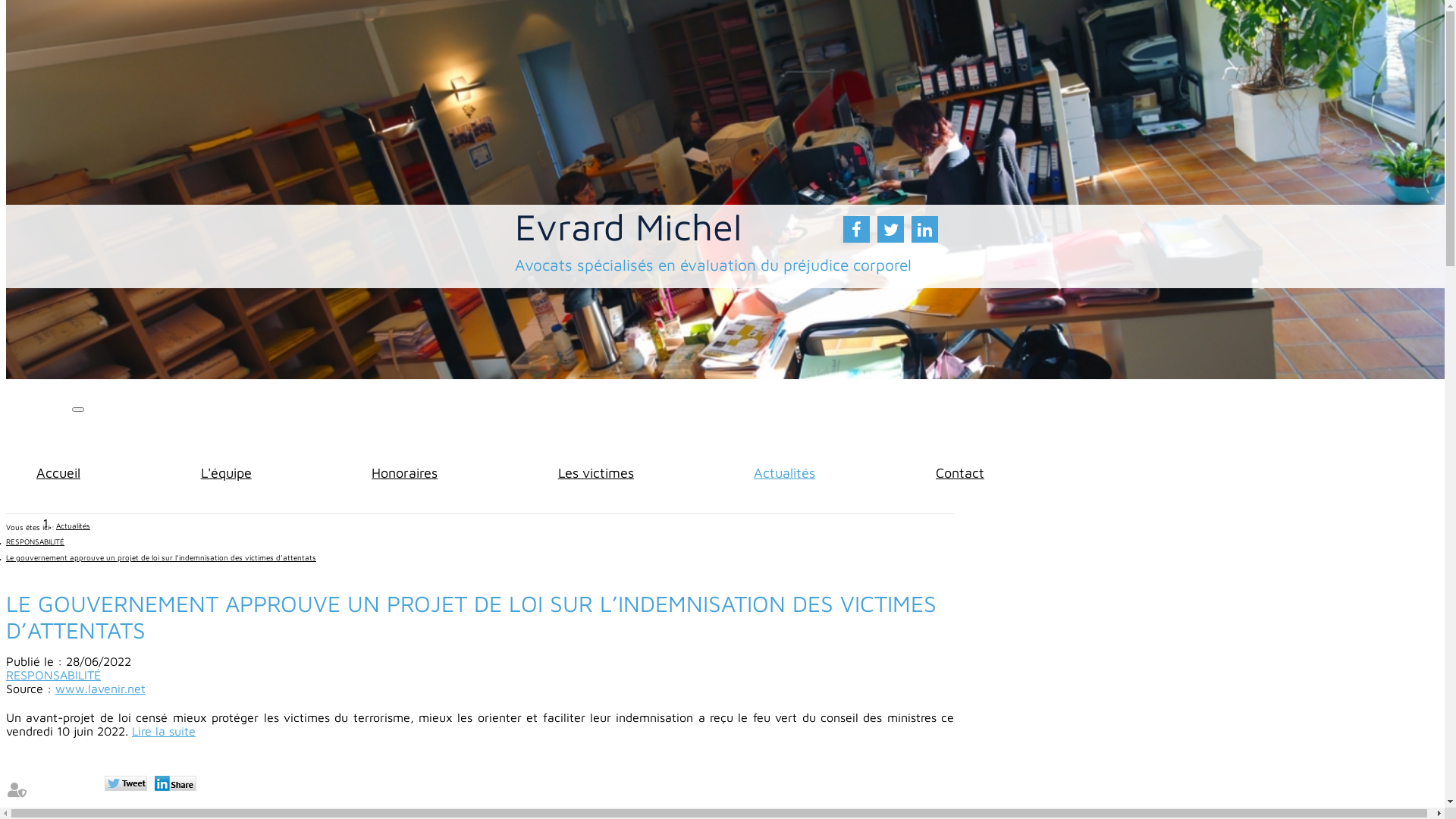 This screenshot has width=1456, height=819. I want to click on 'Honoraires', so click(404, 472).